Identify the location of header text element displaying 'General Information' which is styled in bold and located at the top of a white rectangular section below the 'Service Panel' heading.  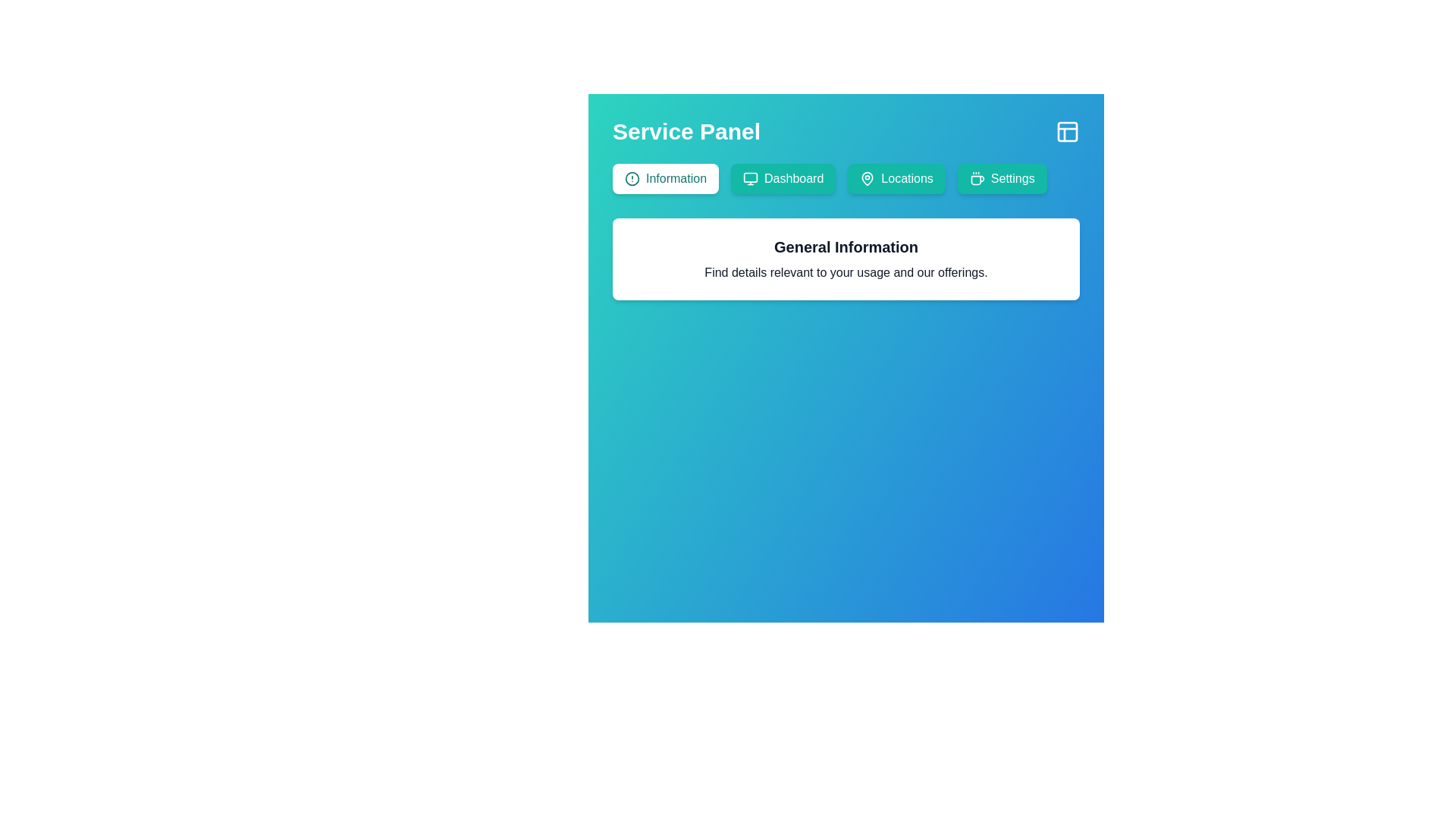
(846, 246).